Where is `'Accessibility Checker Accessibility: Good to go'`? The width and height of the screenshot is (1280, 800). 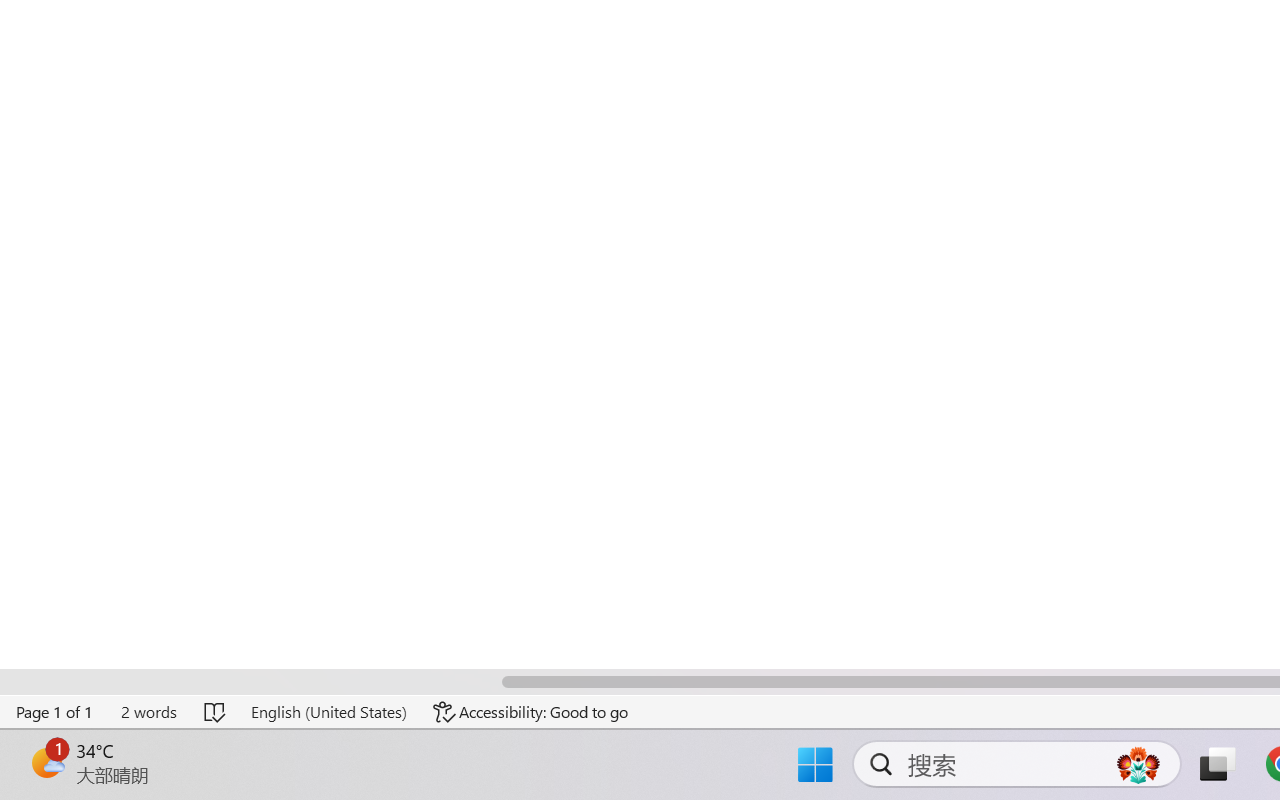
'Accessibility Checker Accessibility: Good to go' is located at coordinates (531, 711).